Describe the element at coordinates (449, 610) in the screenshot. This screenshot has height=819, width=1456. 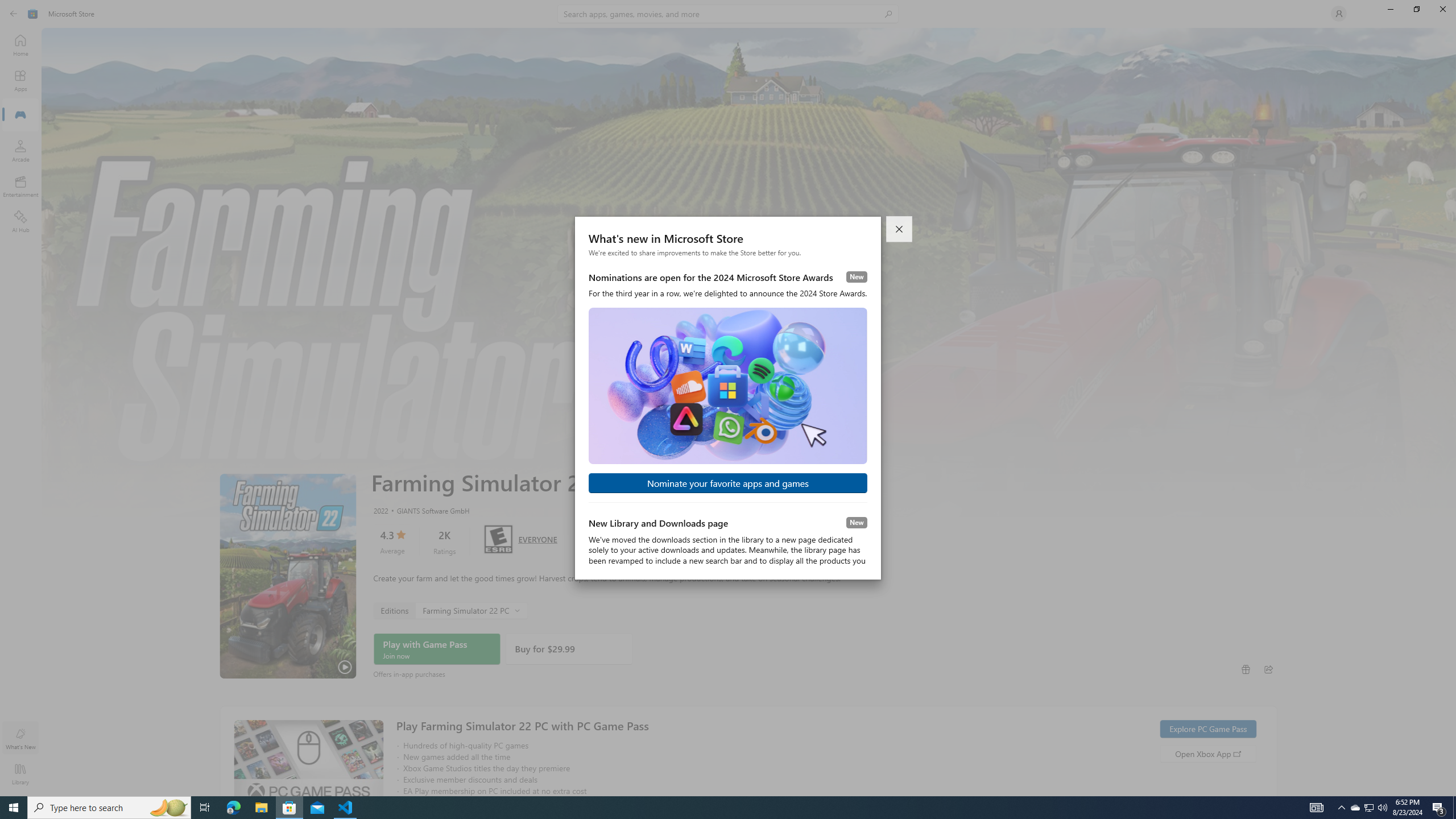
I see `'Farming Simulator 22 PC, Edition selector'` at that location.